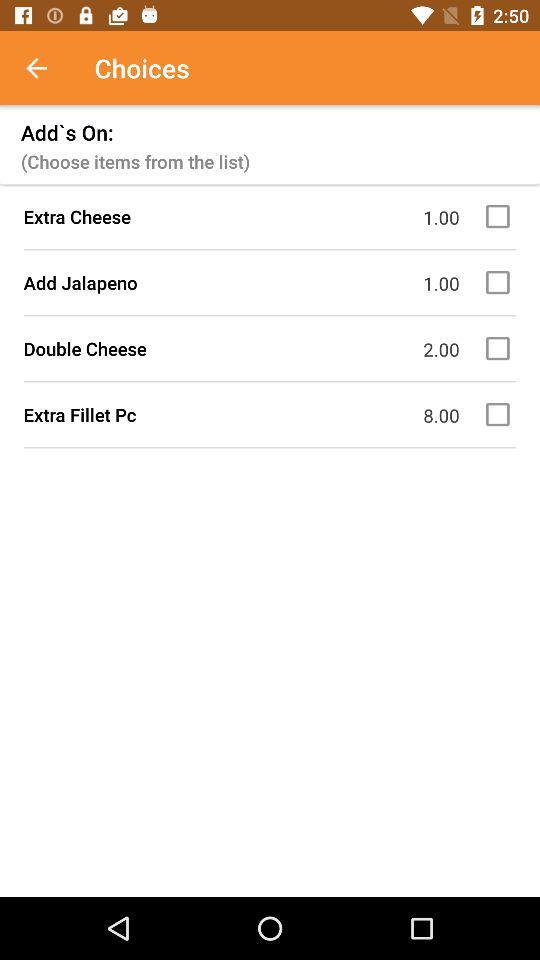  What do you see at coordinates (47, 68) in the screenshot?
I see `go back` at bounding box center [47, 68].